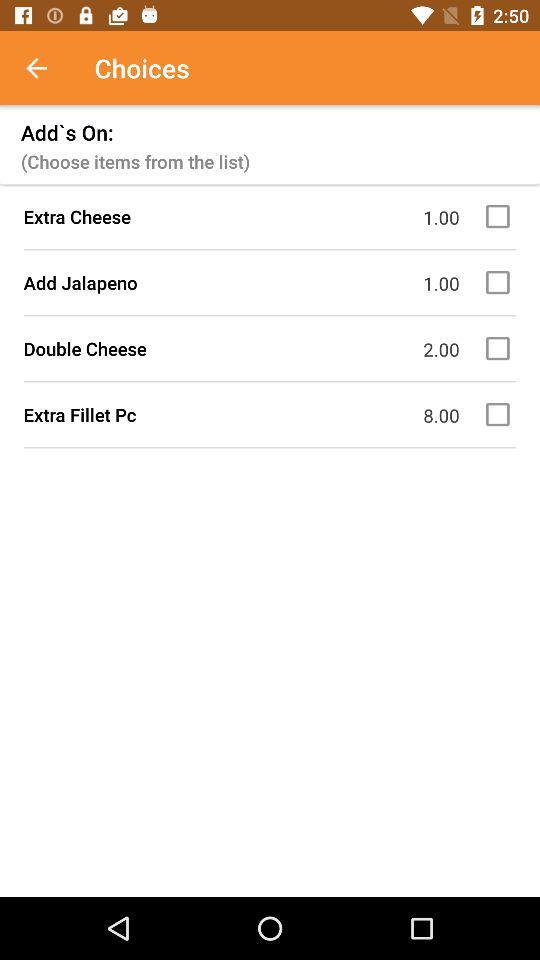  What do you see at coordinates (47, 68) in the screenshot?
I see `go back` at bounding box center [47, 68].